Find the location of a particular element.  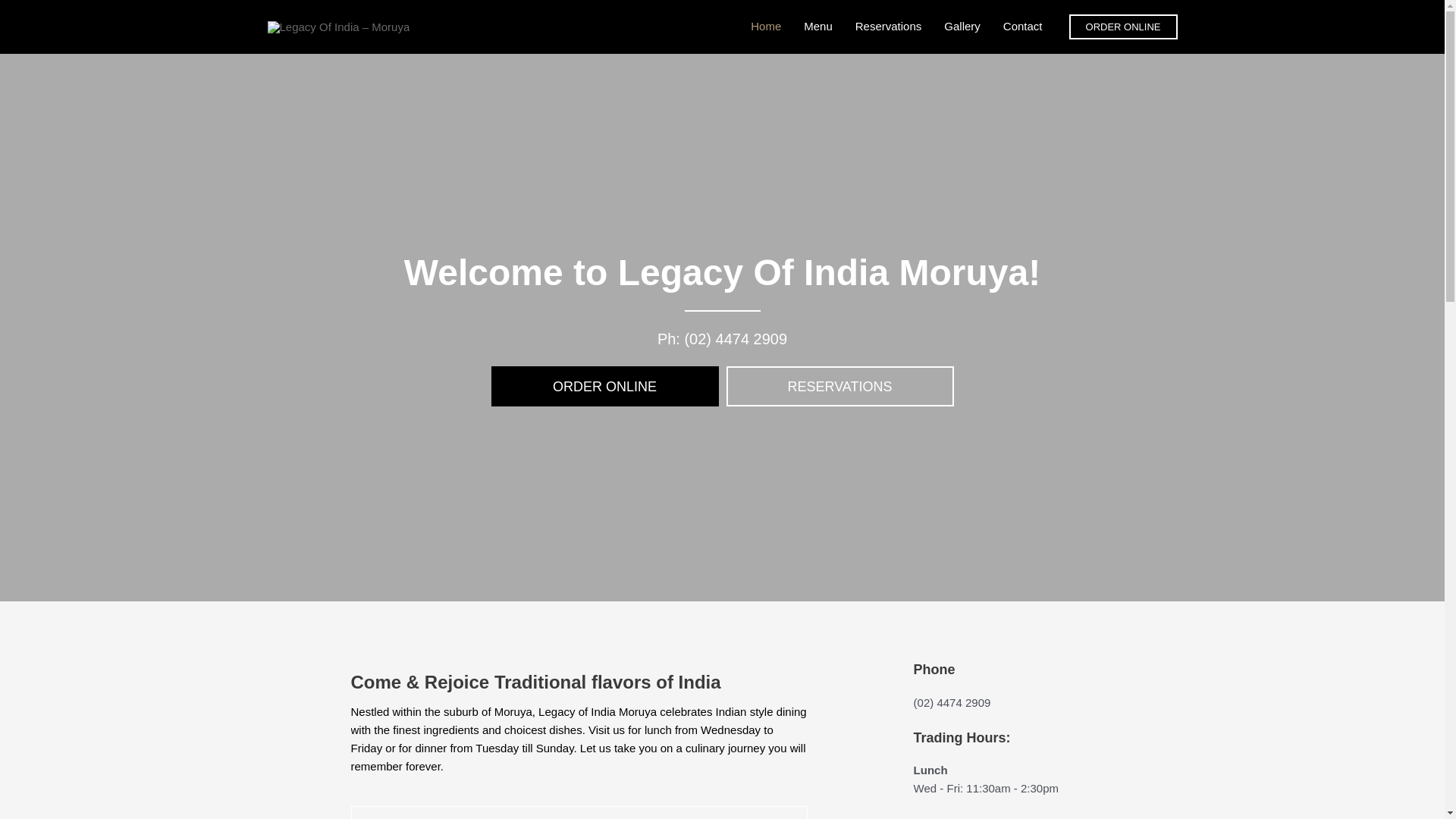

'Contact' is located at coordinates (992, 26).